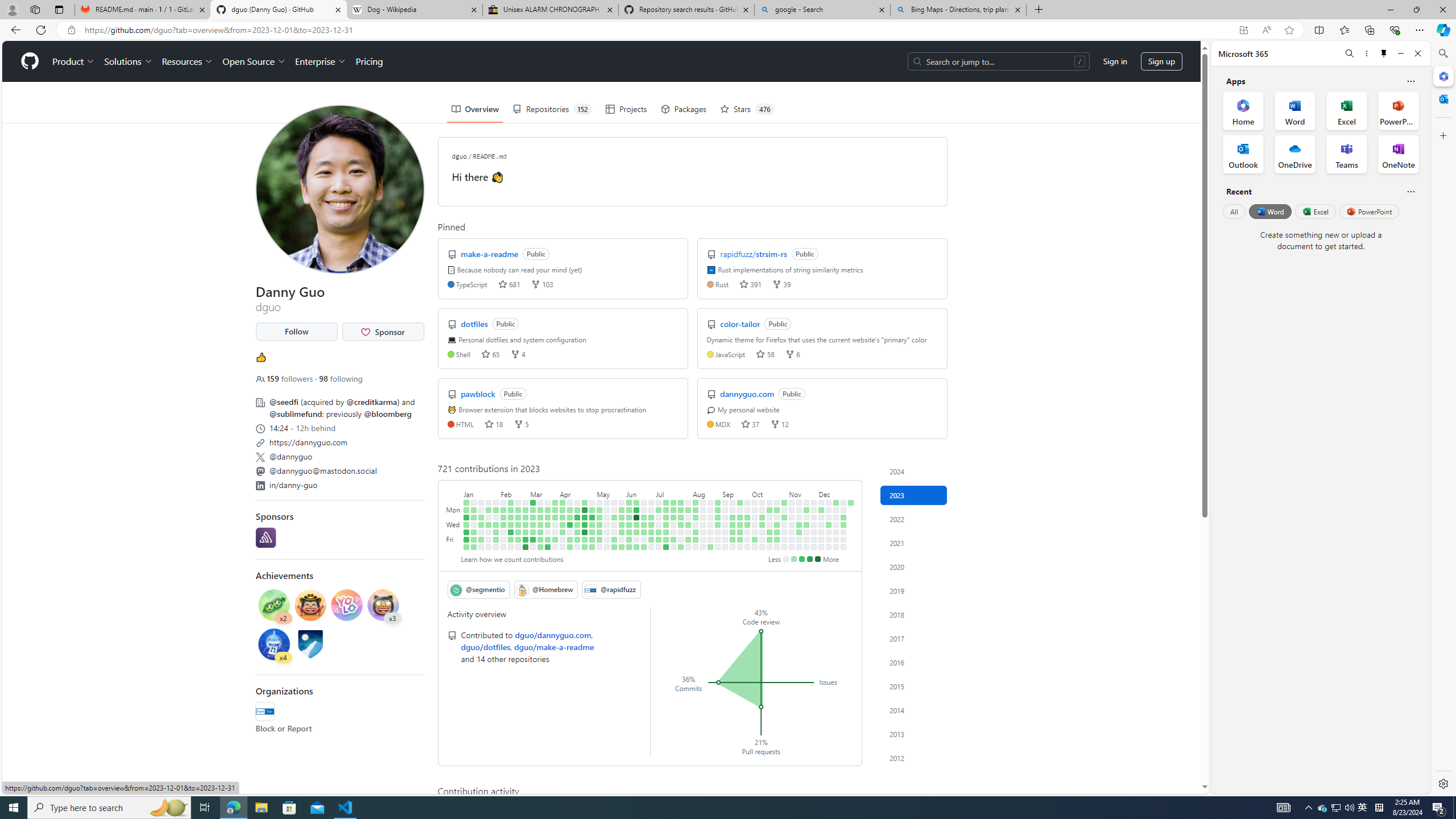  I want to click on '1 contribution on February 3rd.', so click(496, 539).